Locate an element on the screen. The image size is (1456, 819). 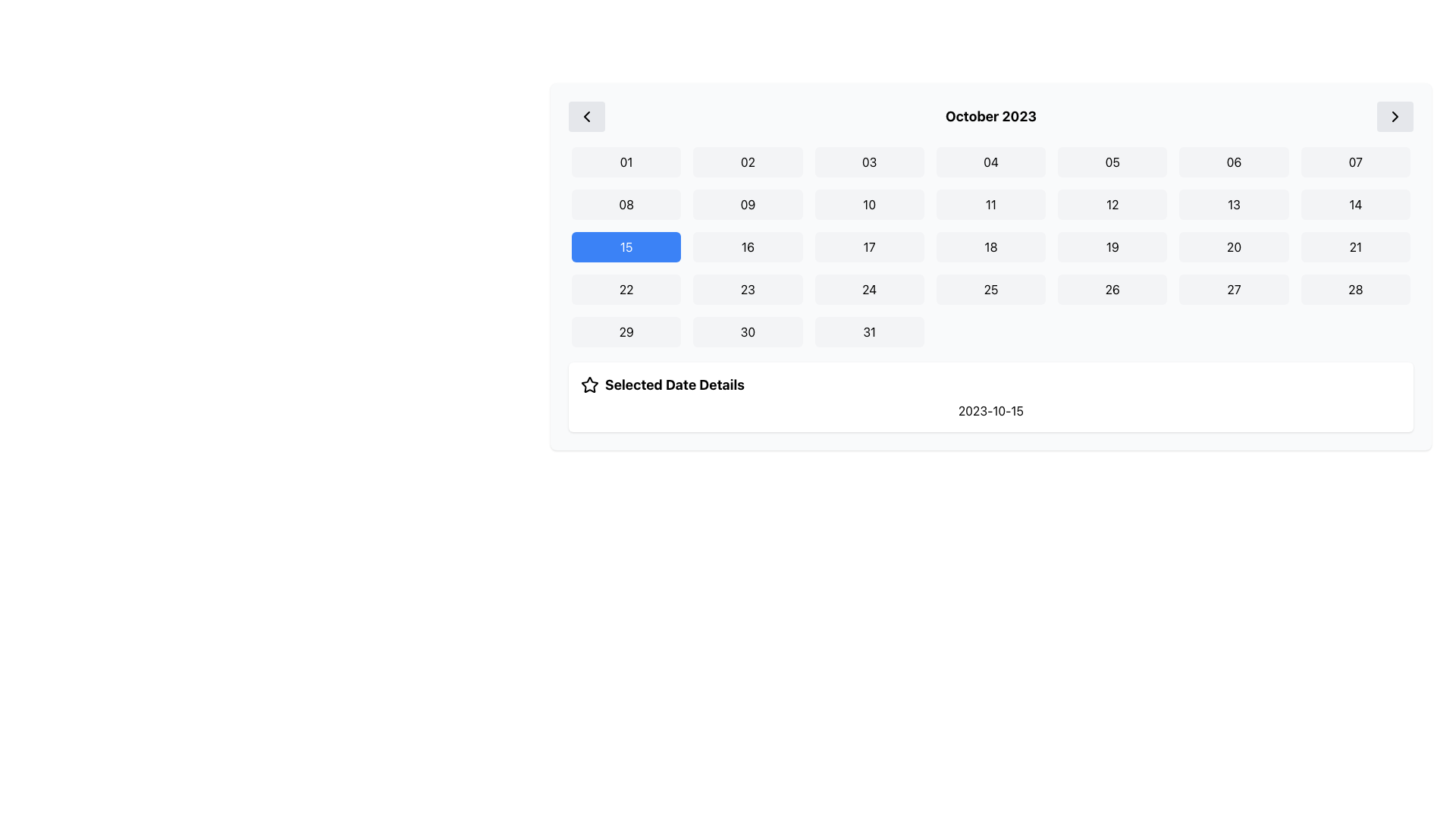
the selectable date button for 'October 24' is located at coordinates (869, 289).